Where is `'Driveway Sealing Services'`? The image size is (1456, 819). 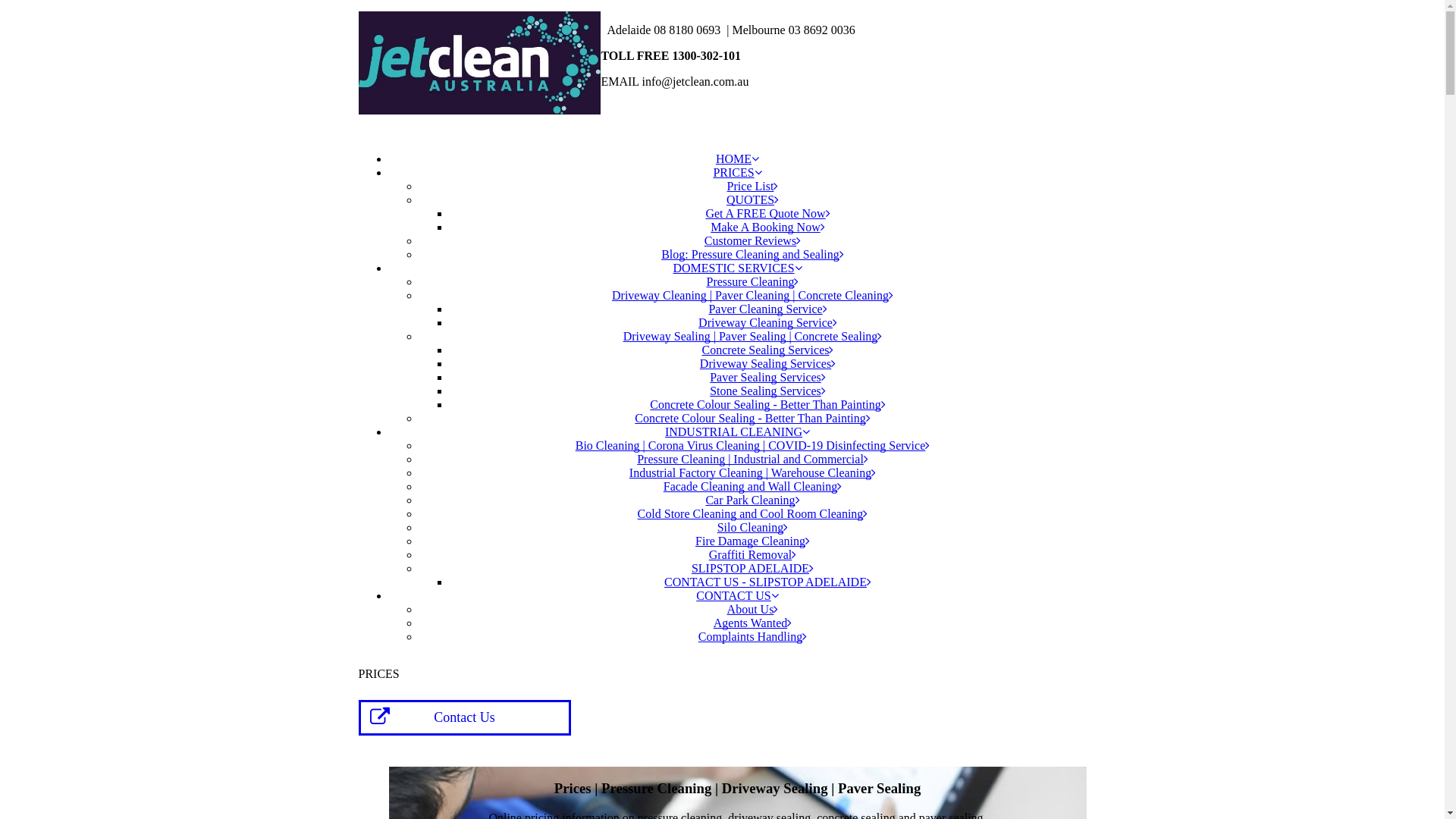
'Driveway Sealing Services' is located at coordinates (767, 363).